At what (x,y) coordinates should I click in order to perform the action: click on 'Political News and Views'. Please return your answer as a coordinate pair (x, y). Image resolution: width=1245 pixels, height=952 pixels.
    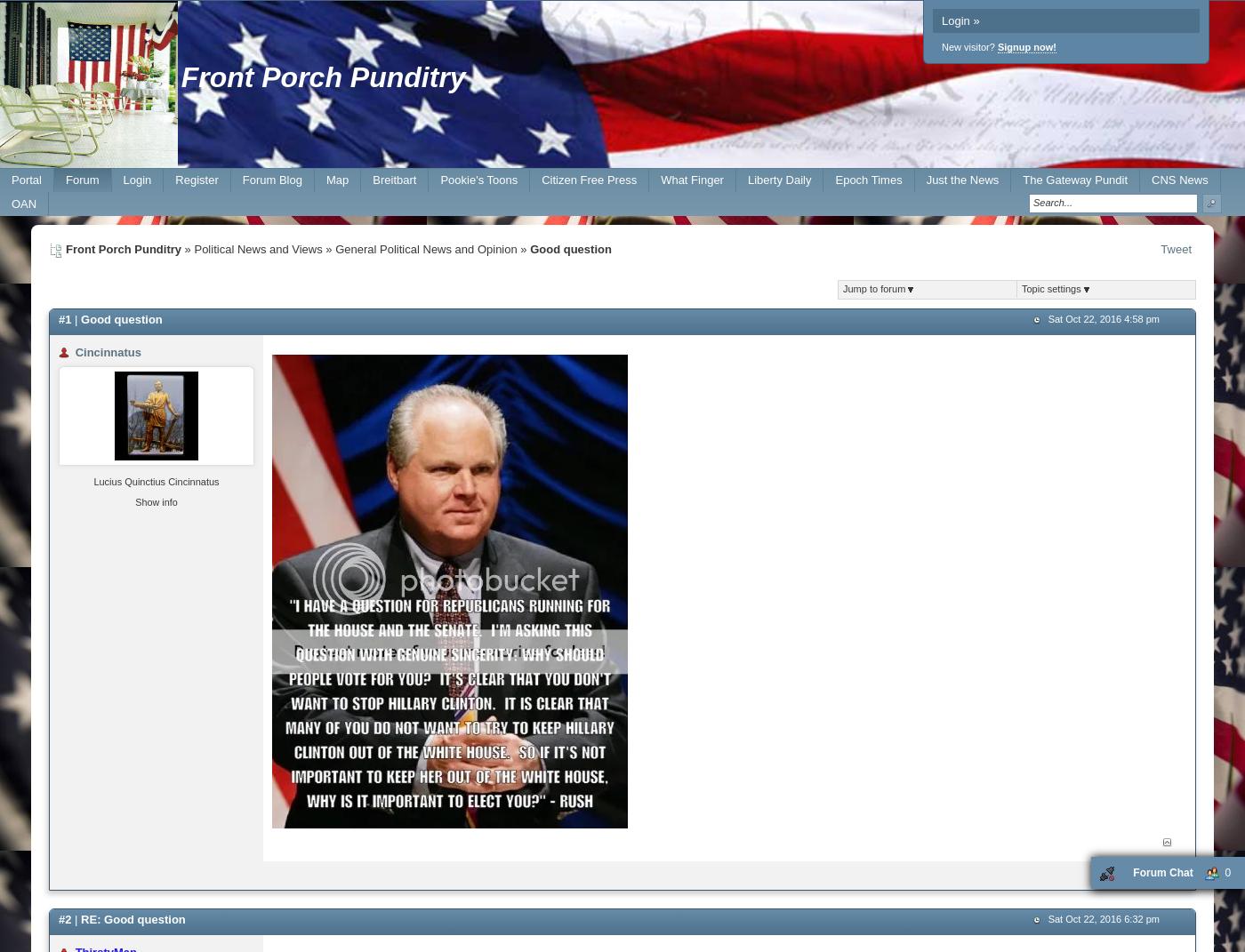
    Looking at the image, I should click on (257, 249).